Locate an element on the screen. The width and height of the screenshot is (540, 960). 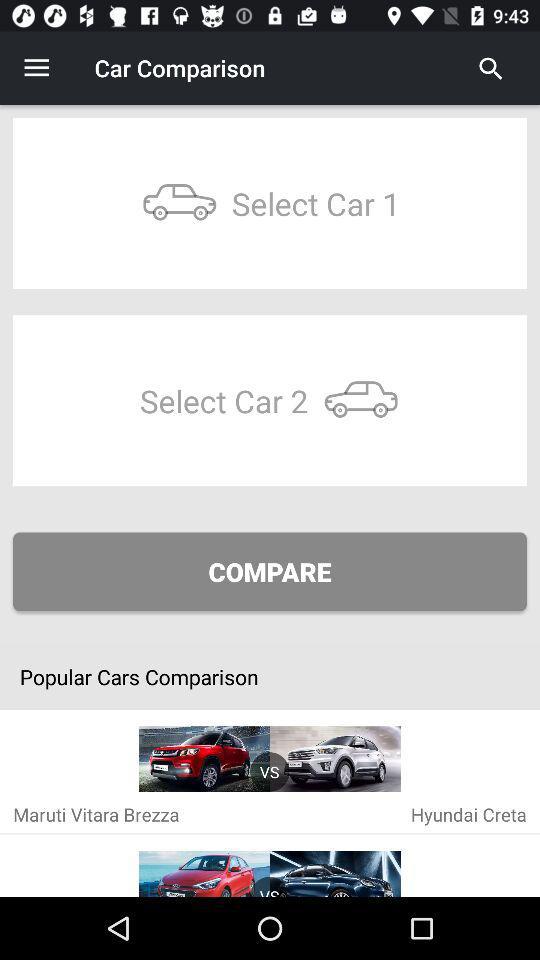
the icon to the left of car comparison icon is located at coordinates (36, 68).